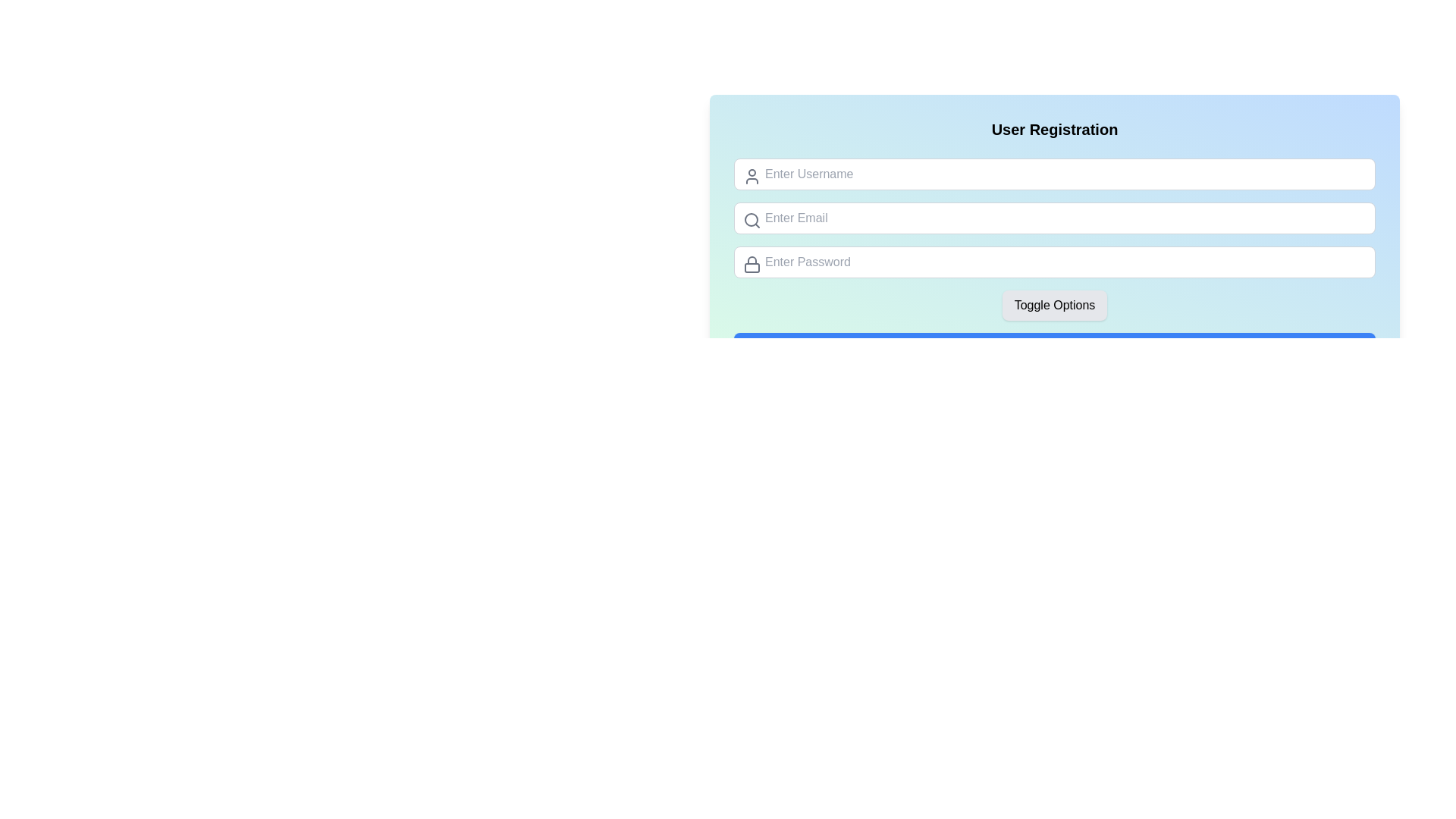  Describe the element at coordinates (752, 259) in the screenshot. I see `the curved, arc-like design of the padlock icon situated near the center of the graphic, slightly above the rectangle that forms the body of the lock, which is located to the left of the 'Enter Password' text input field` at that location.